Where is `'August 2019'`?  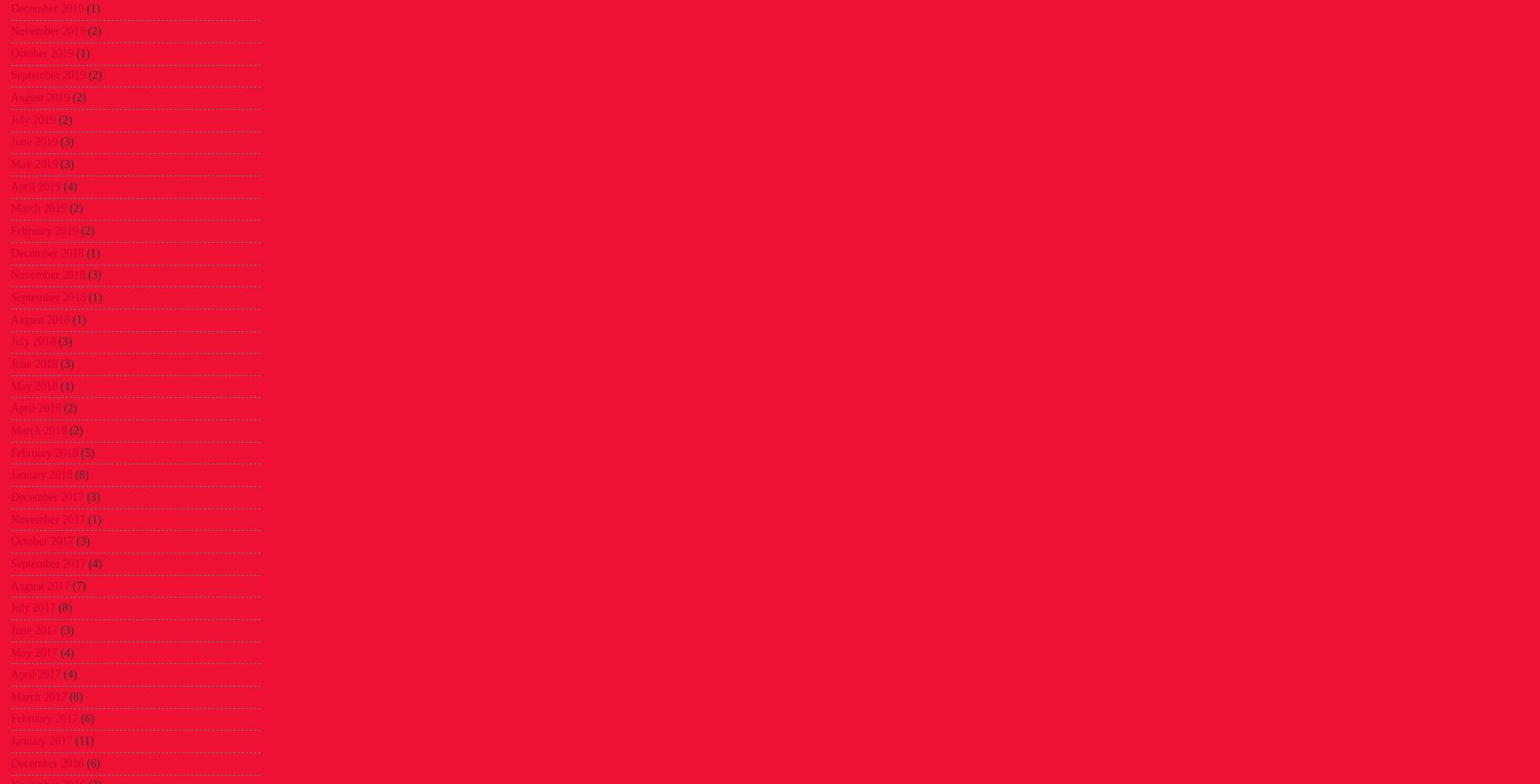
'August 2019' is located at coordinates (38, 97).